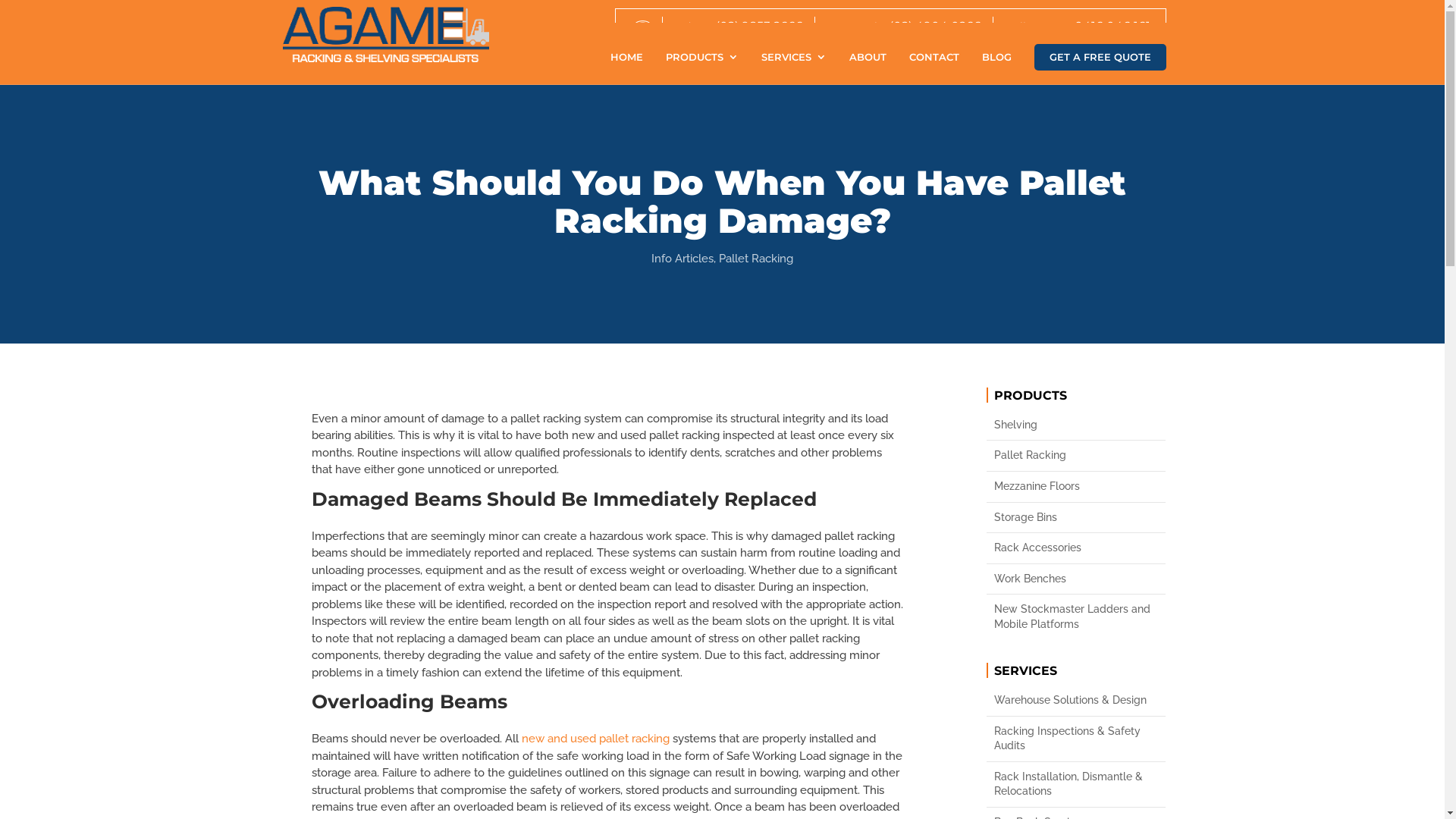  What do you see at coordinates (1100, 56) in the screenshot?
I see `'GET A FREE QUOTE'` at bounding box center [1100, 56].